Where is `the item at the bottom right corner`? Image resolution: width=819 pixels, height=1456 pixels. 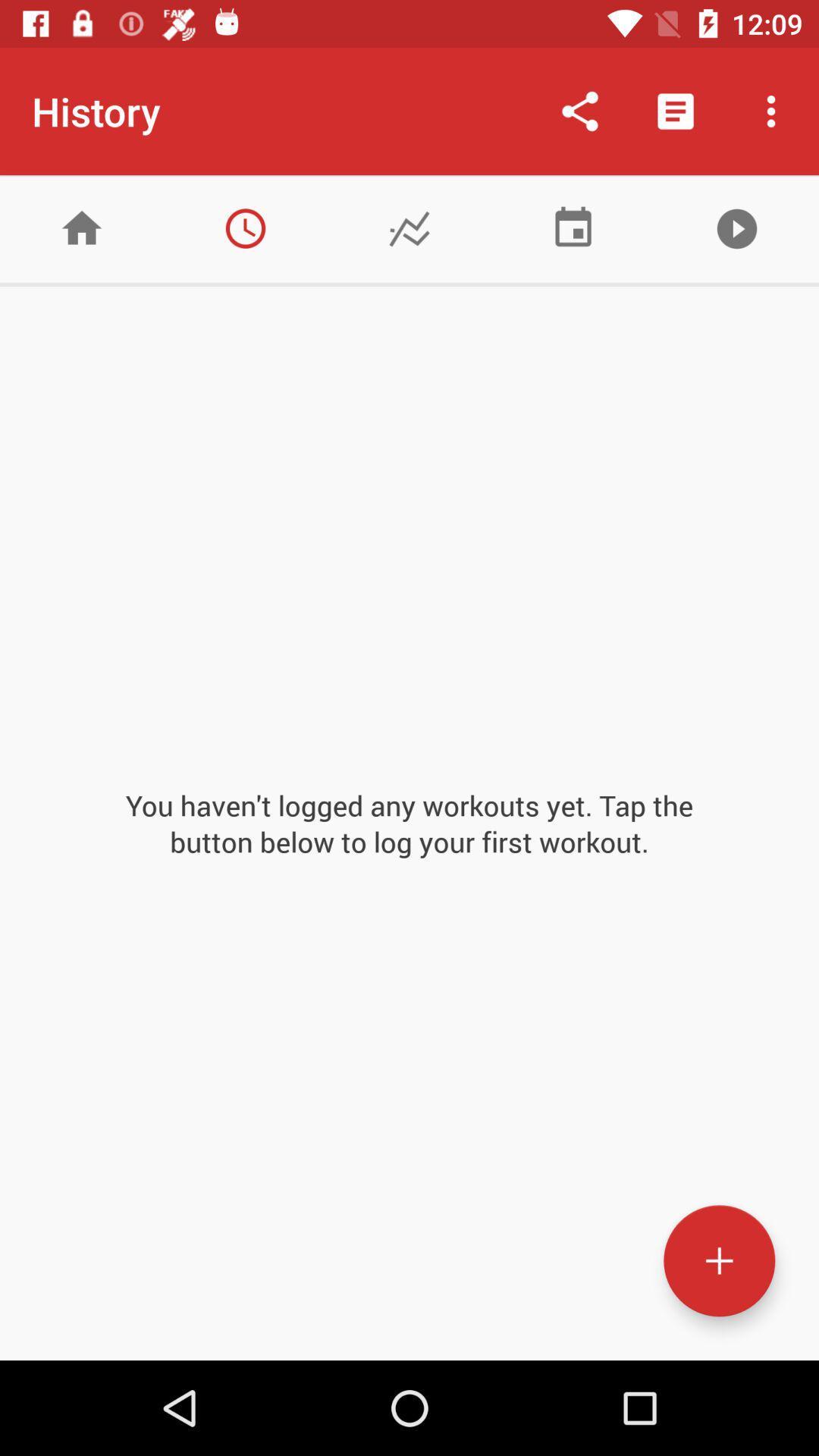
the item at the bottom right corner is located at coordinates (718, 1260).